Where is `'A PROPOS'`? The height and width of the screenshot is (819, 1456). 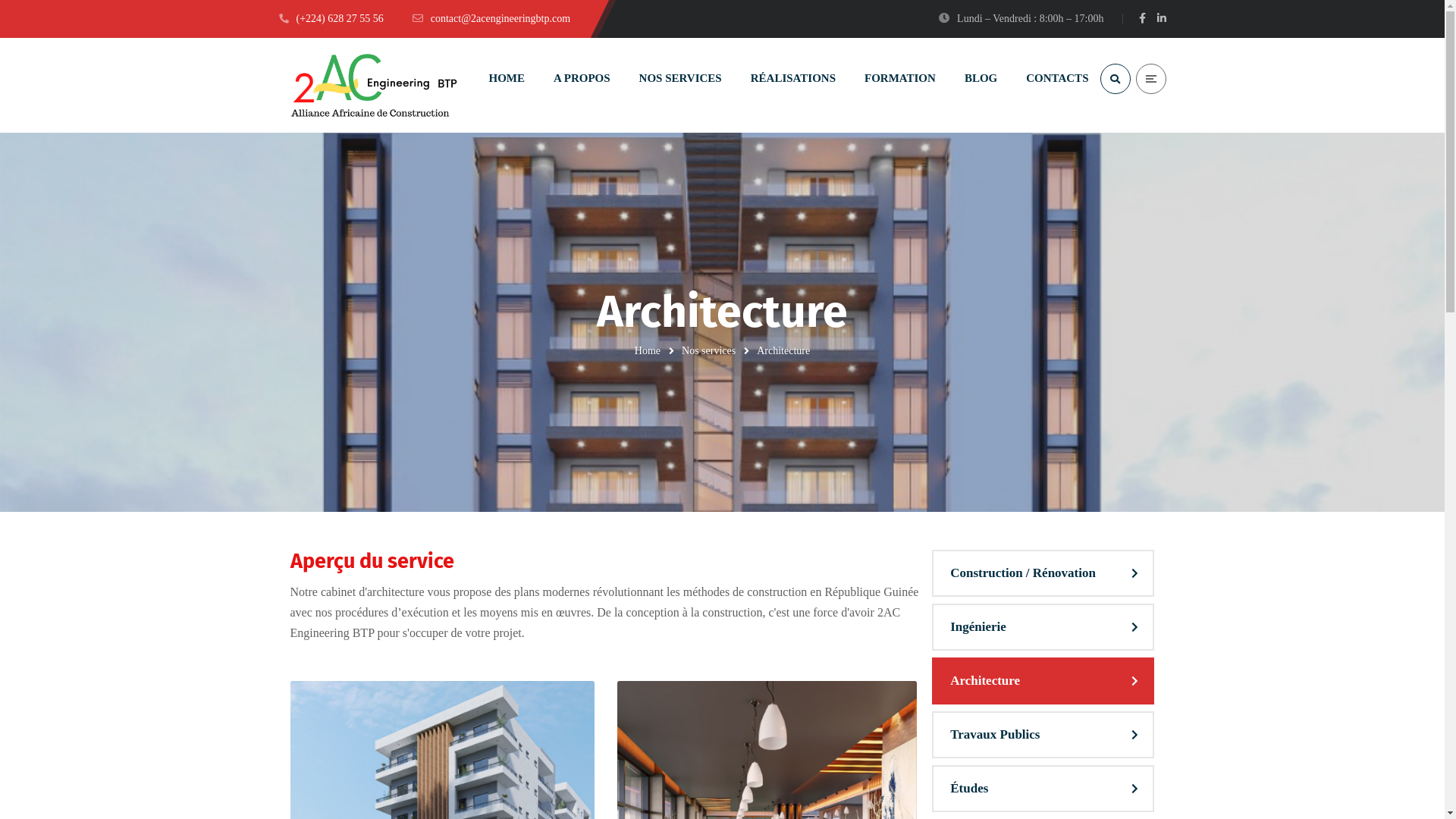
'A PROPOS' is located at coordinates (581, 78).